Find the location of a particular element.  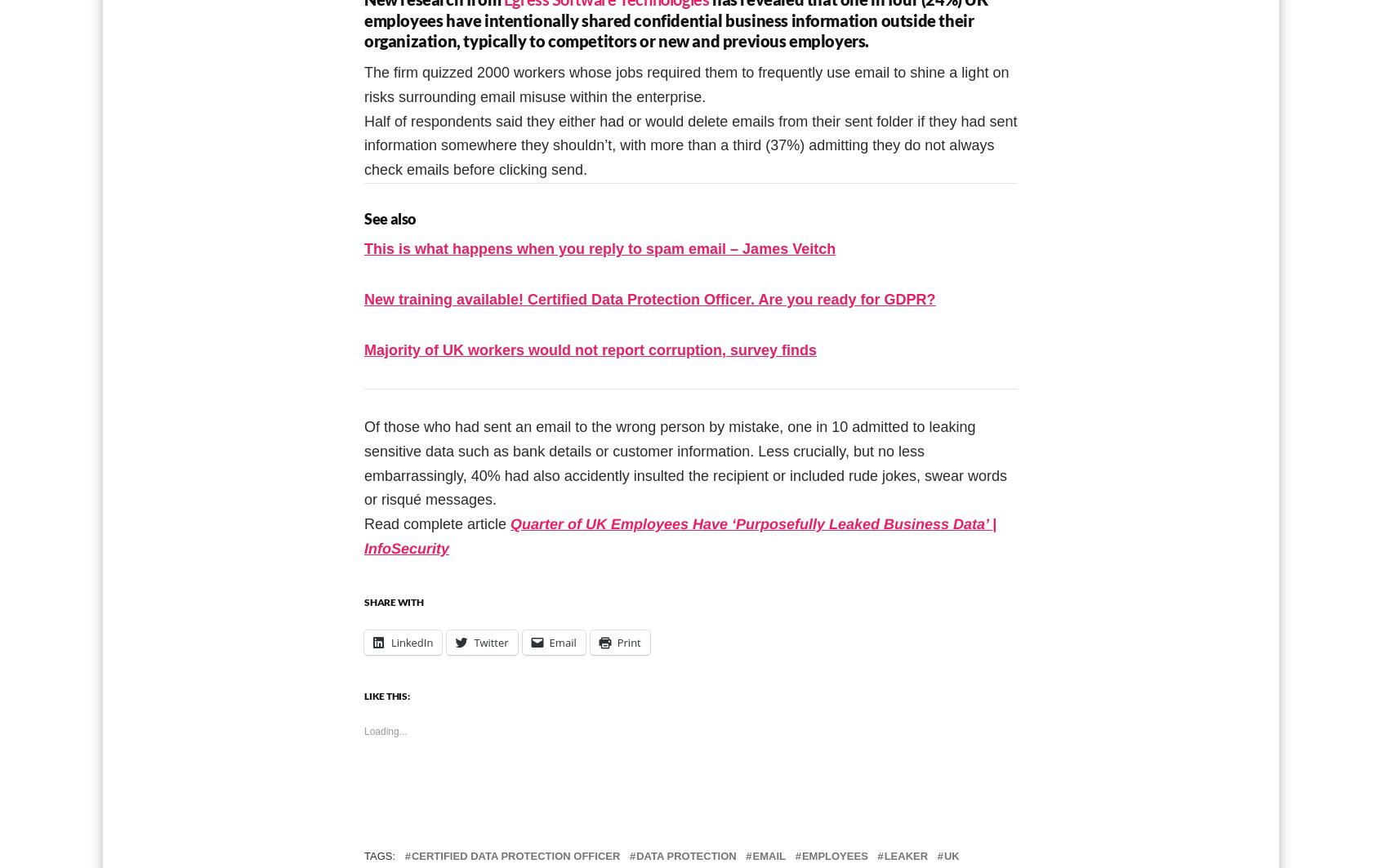

'Of those who had sent an email to the wrong person by mistake, one in 10 admitted to leaking sensitive data such as bank details or customer information. Less crucially, but no less embarrassingly, 40% had also accidently insulted the recipient or included rude jokes, swear words or risqué messages.' is located at coordinates (363, 462).